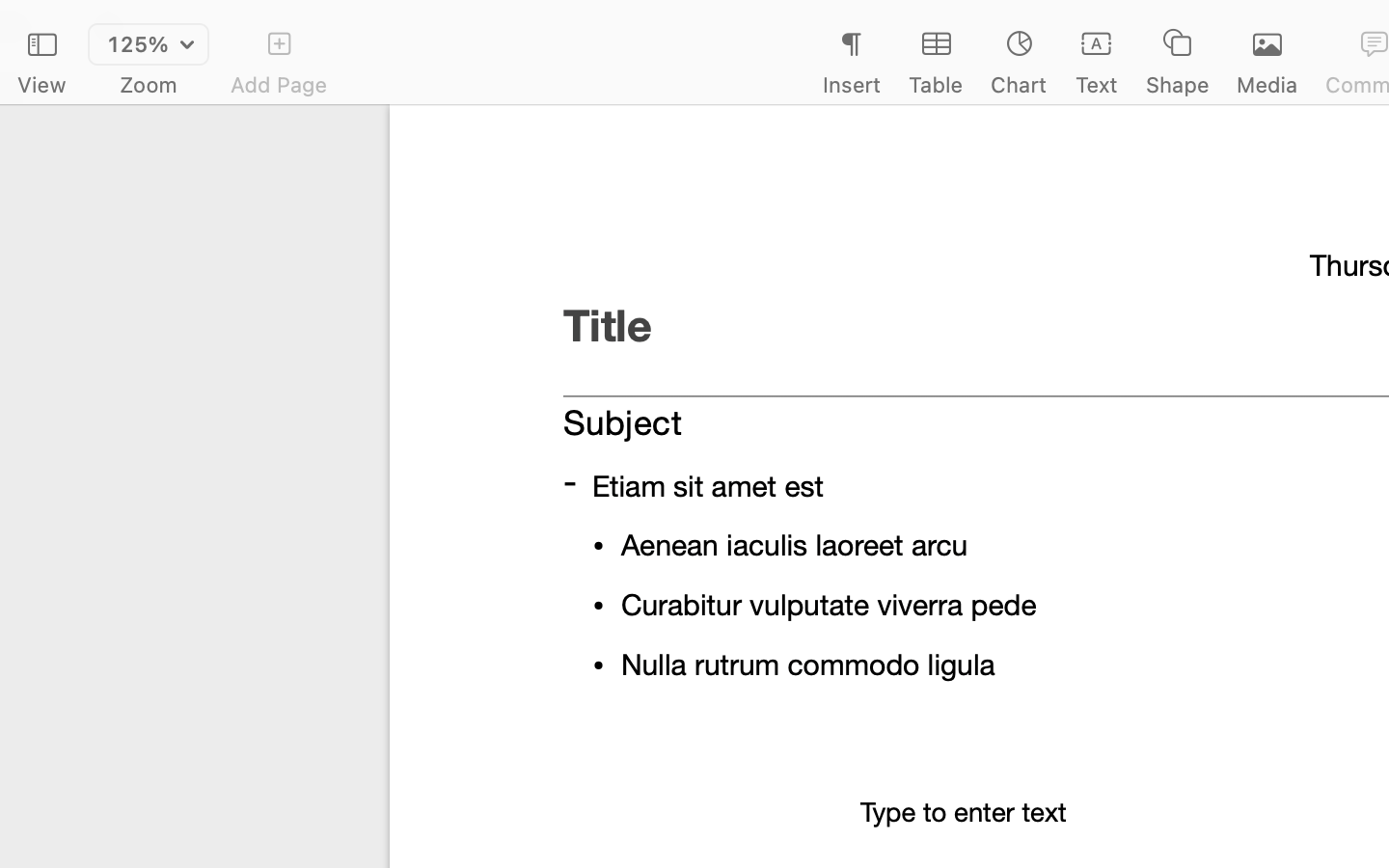  What do you see at coordinates (41, 84) in the screenshot?
I see `'View'` at bounding box center [41, 84].